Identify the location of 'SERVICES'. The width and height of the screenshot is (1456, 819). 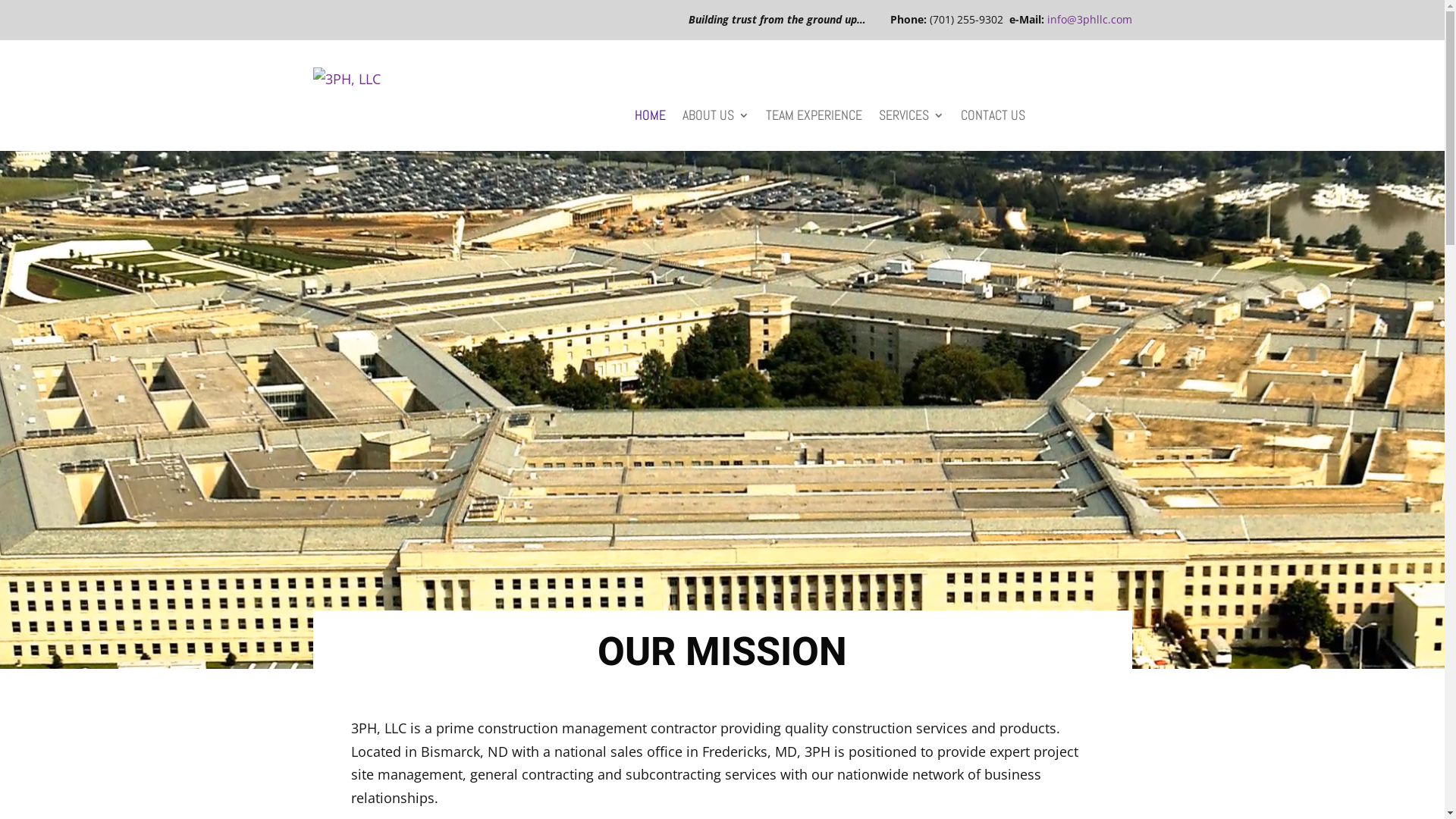
(910, 117).